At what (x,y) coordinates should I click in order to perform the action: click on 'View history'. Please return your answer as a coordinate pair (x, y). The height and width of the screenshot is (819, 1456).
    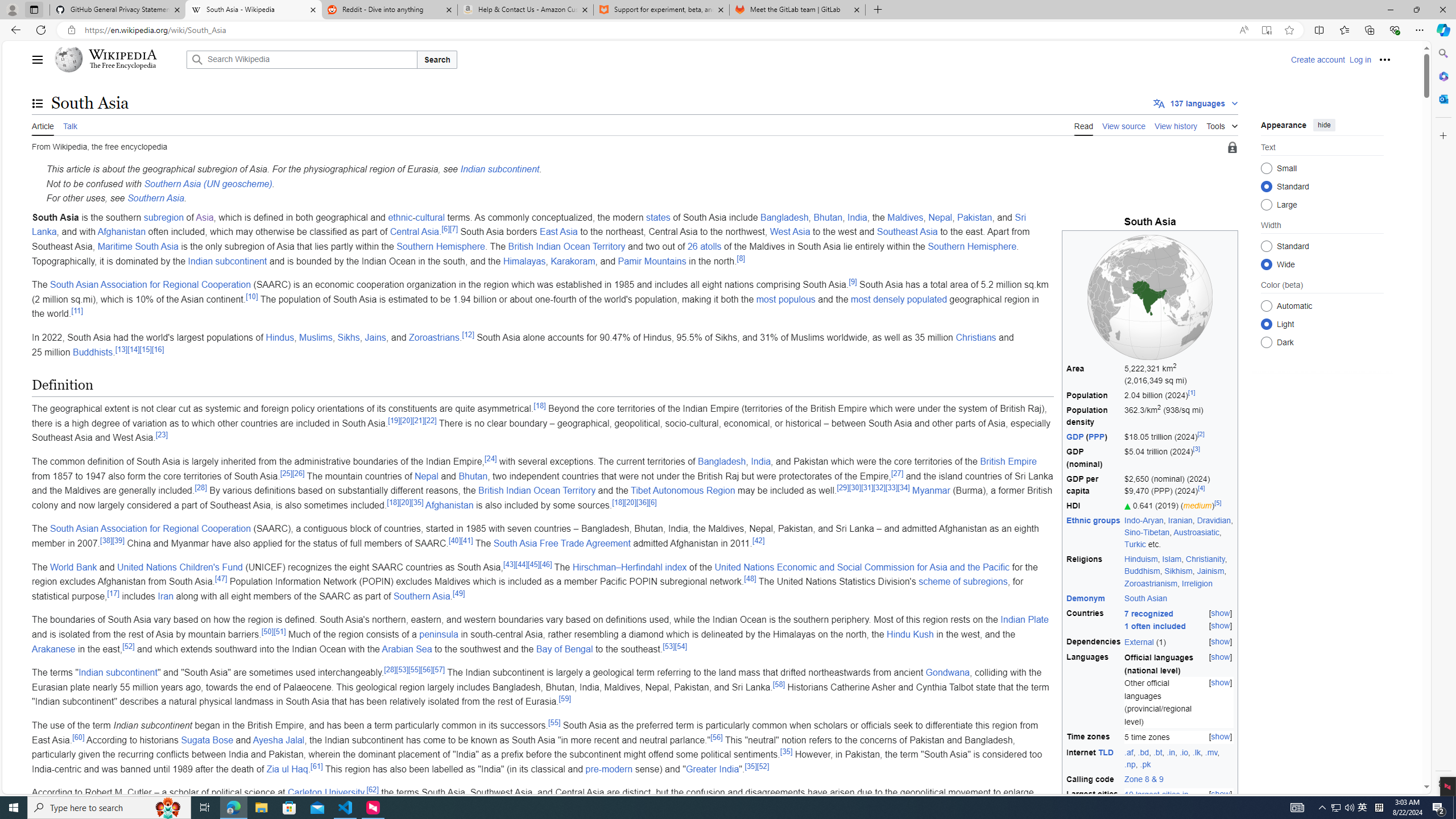
    Looking at the image, I should click on (1176, 124).